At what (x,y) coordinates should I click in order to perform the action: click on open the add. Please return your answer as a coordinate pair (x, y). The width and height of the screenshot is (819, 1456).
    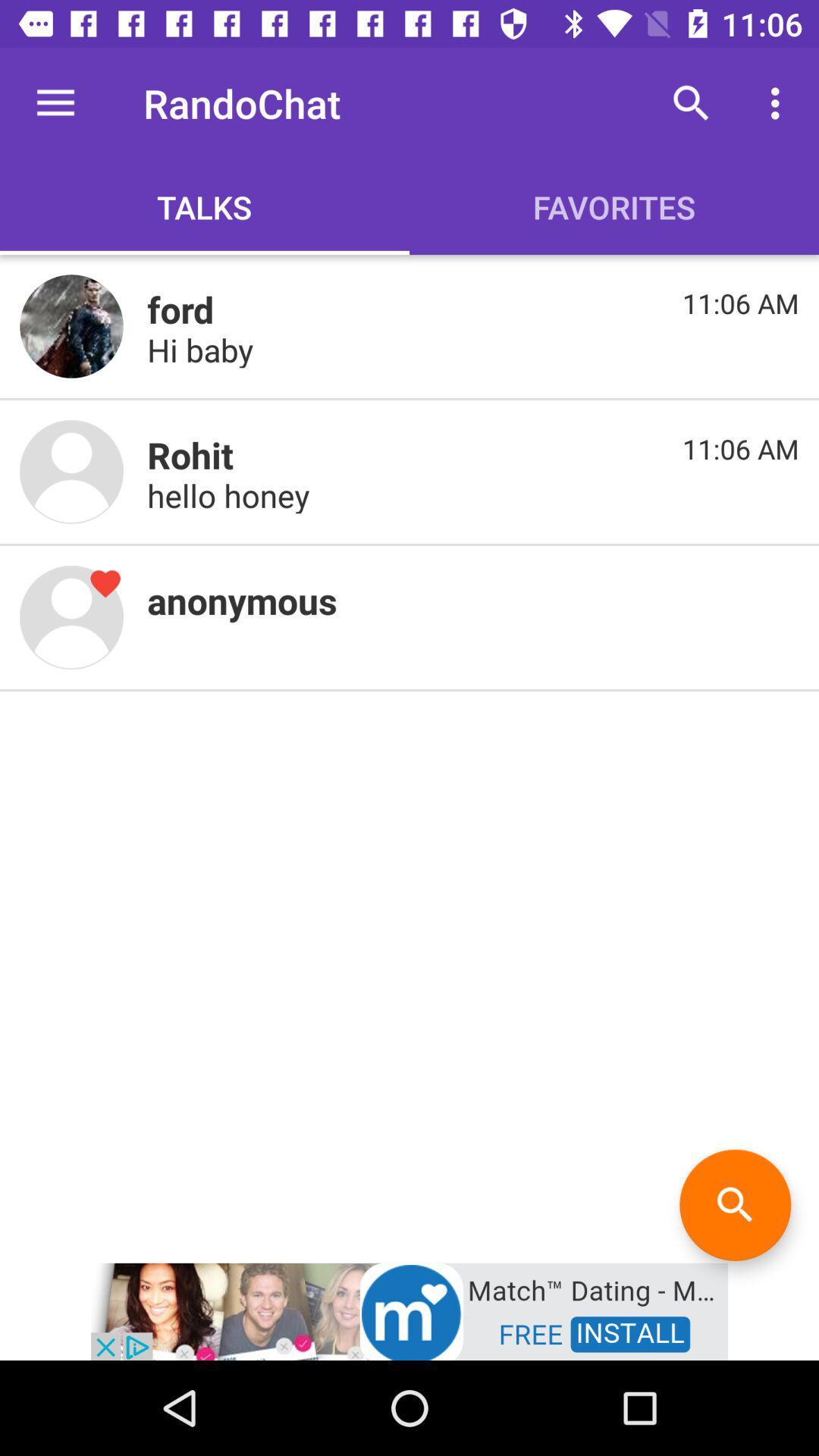
    Looking at the image, I should click on (409, 1310).